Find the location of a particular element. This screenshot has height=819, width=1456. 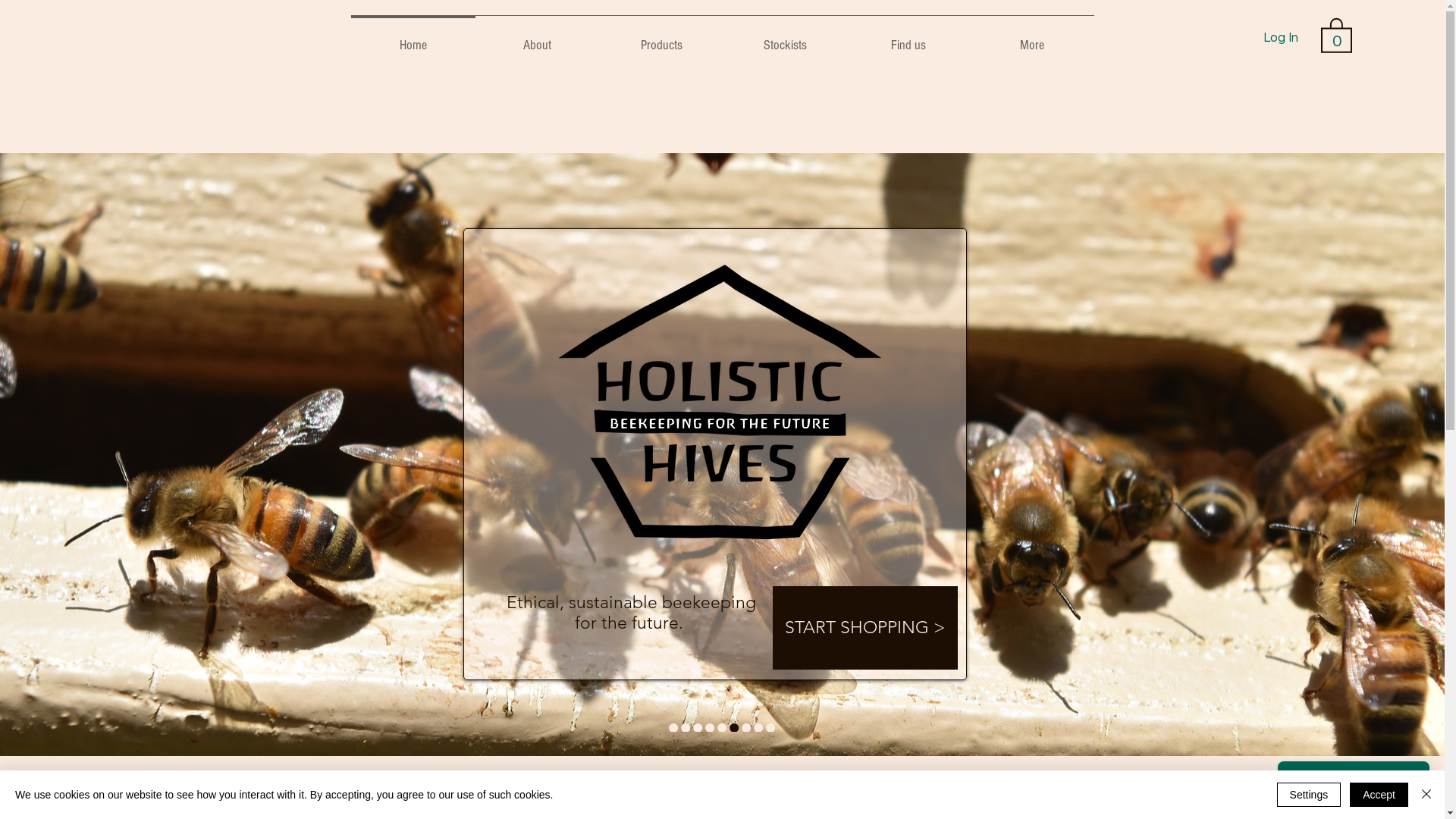

'START SHOPPING >' is located at coordinates (771, 628).